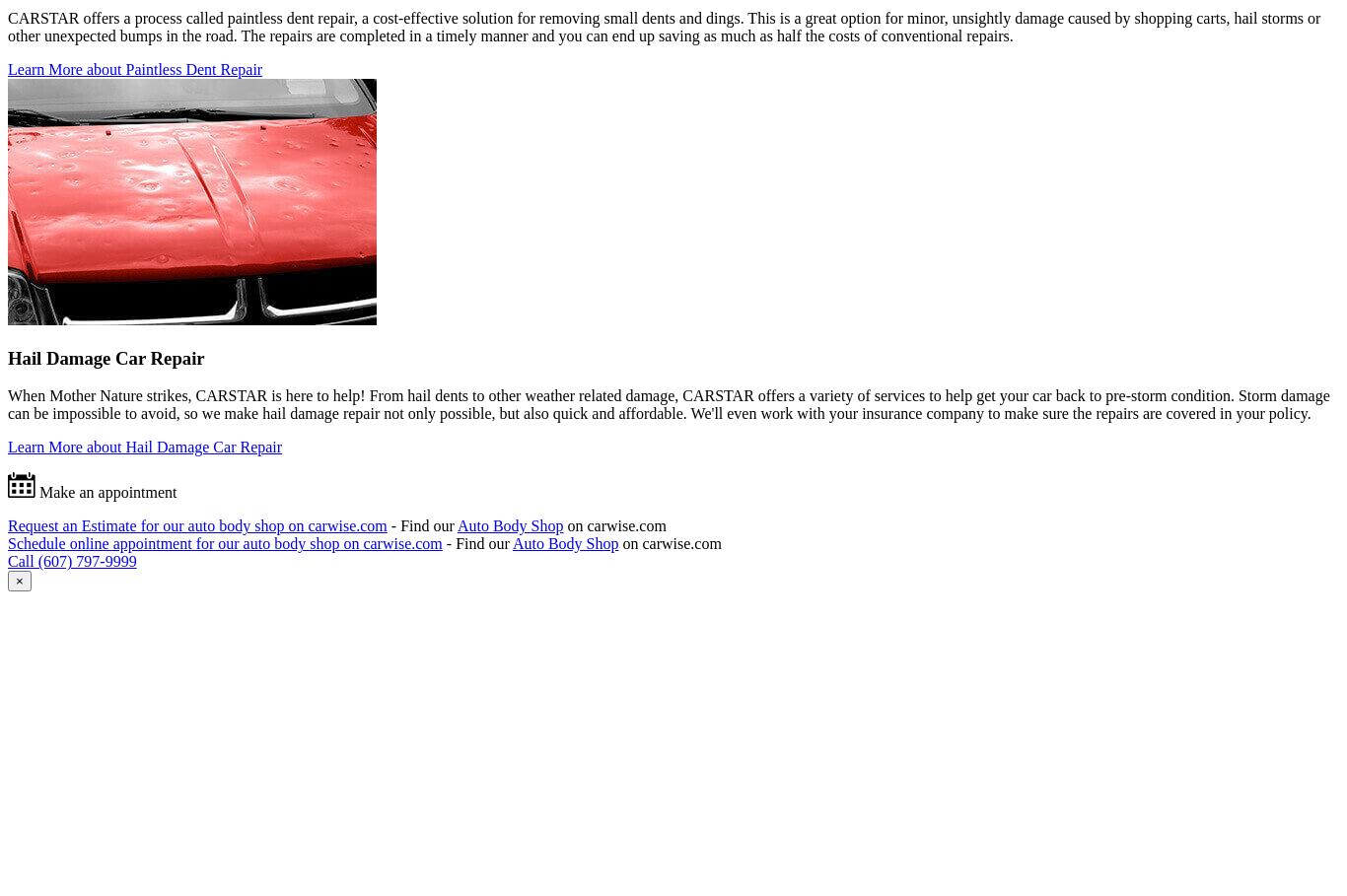  Describe the element at coordinates (223, 543) in the screenshot. I see `'Schedule online appointment for our auto body shop on carwise.com'` at that location.